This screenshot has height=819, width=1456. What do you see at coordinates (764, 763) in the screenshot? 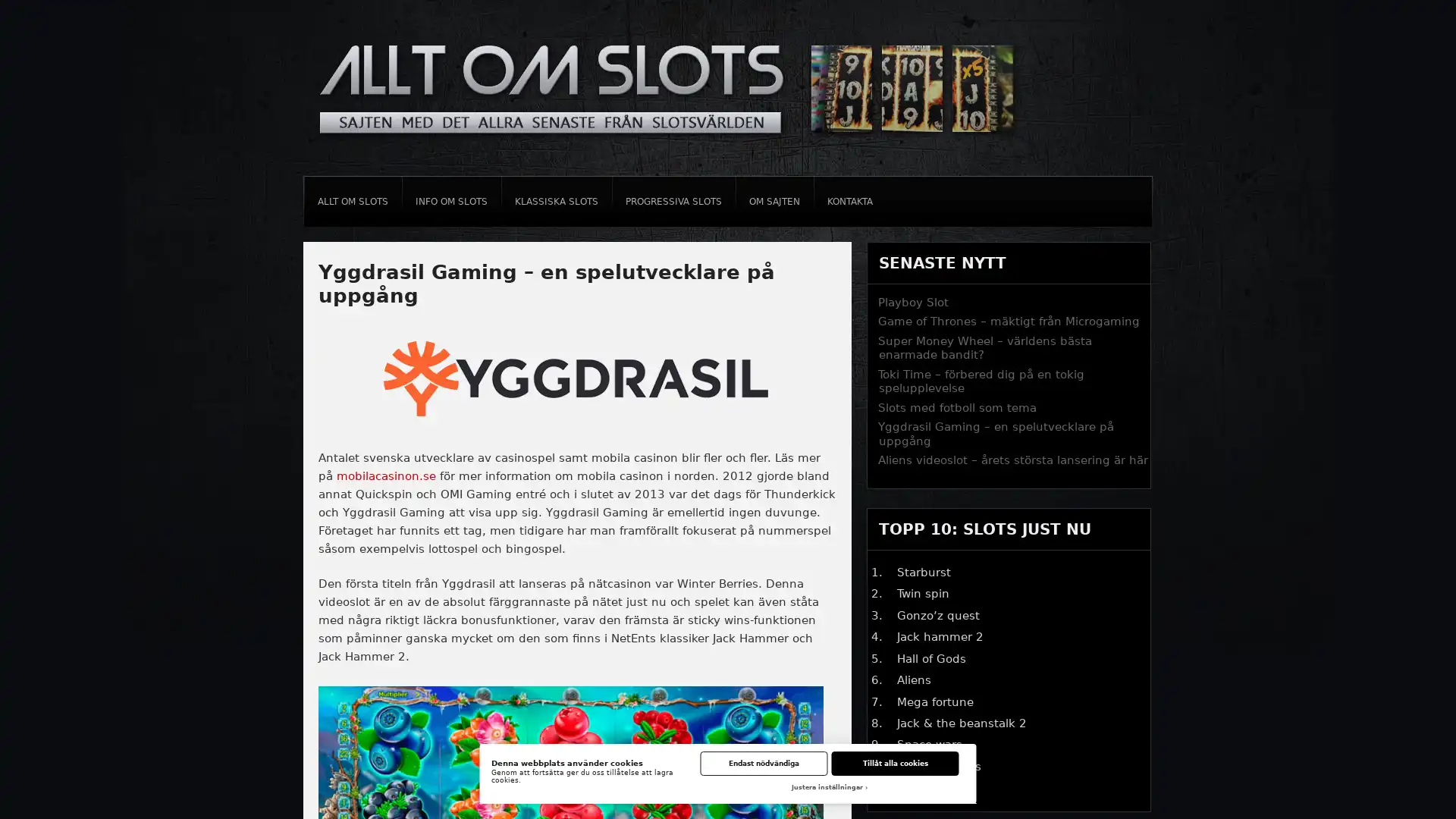
I see `Endast nodvandiga` at bounding box center [764, 763].